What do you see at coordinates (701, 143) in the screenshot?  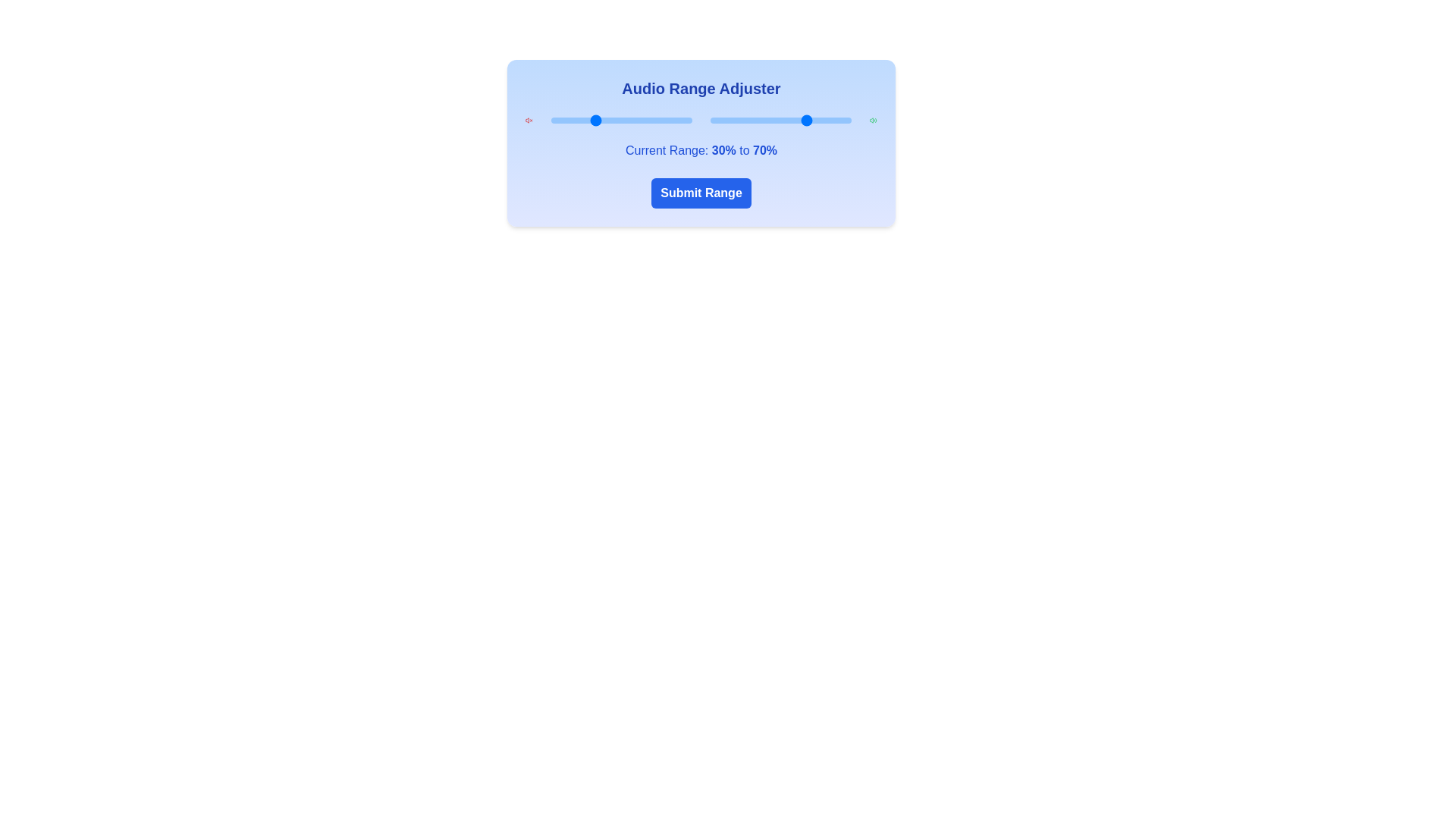 I see `the audio range adjustment component` at bounding box center [701, 143].